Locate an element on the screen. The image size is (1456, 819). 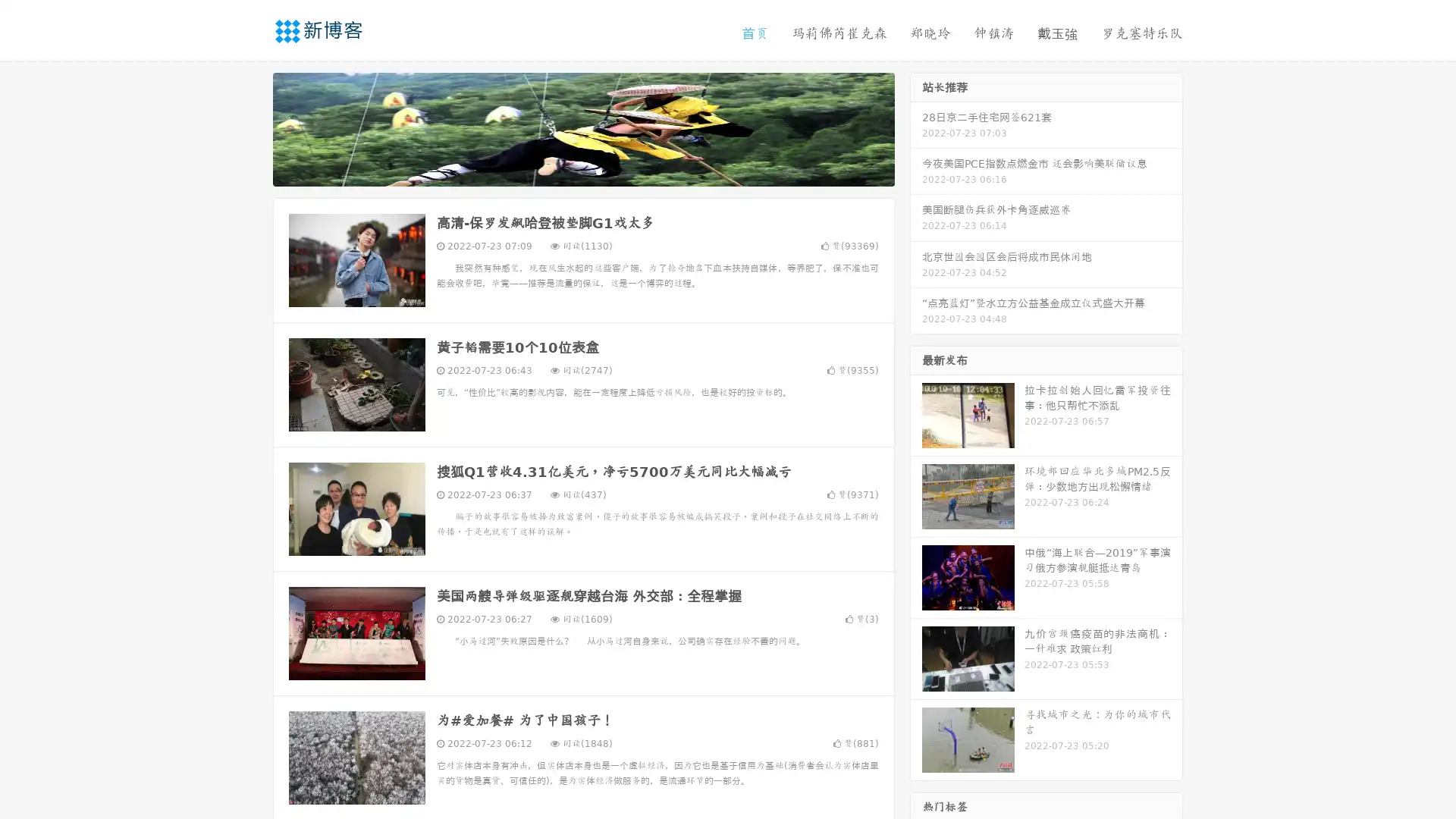
Previous slide is located at coordinates (250, 127).